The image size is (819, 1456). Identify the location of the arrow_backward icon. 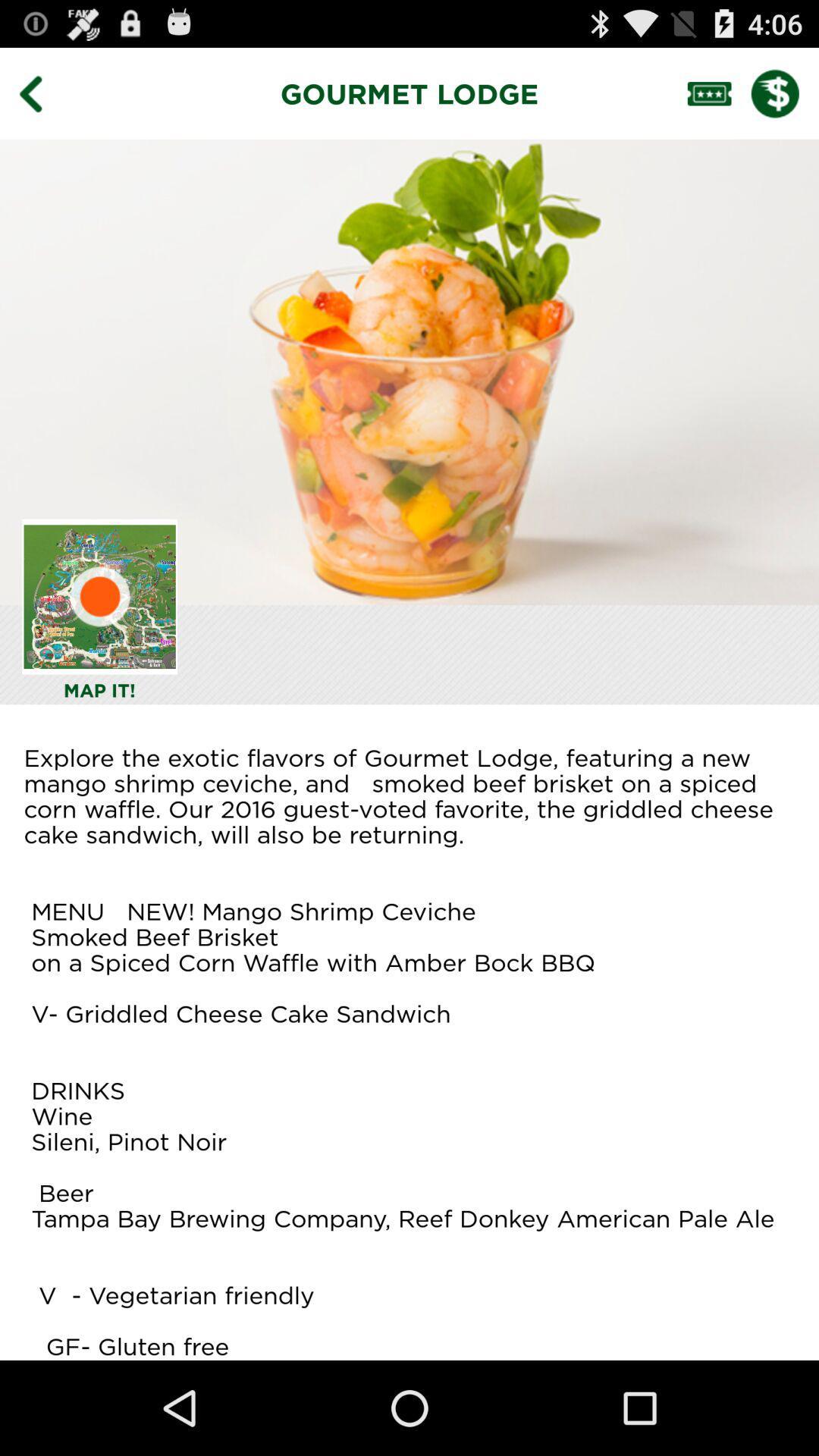
(41, 99).